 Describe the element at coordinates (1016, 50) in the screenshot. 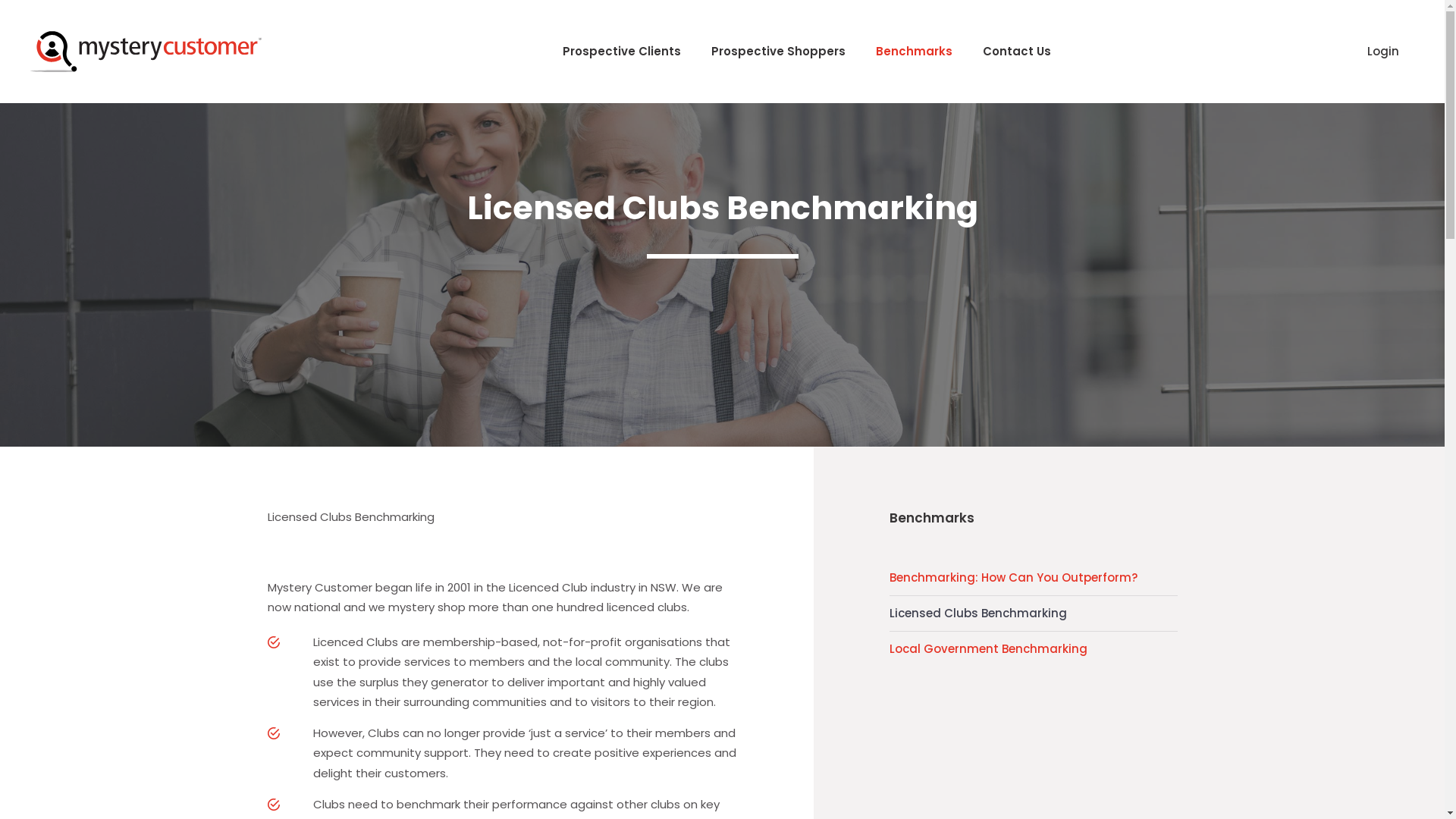

I see `'Contact Us'` at that location.